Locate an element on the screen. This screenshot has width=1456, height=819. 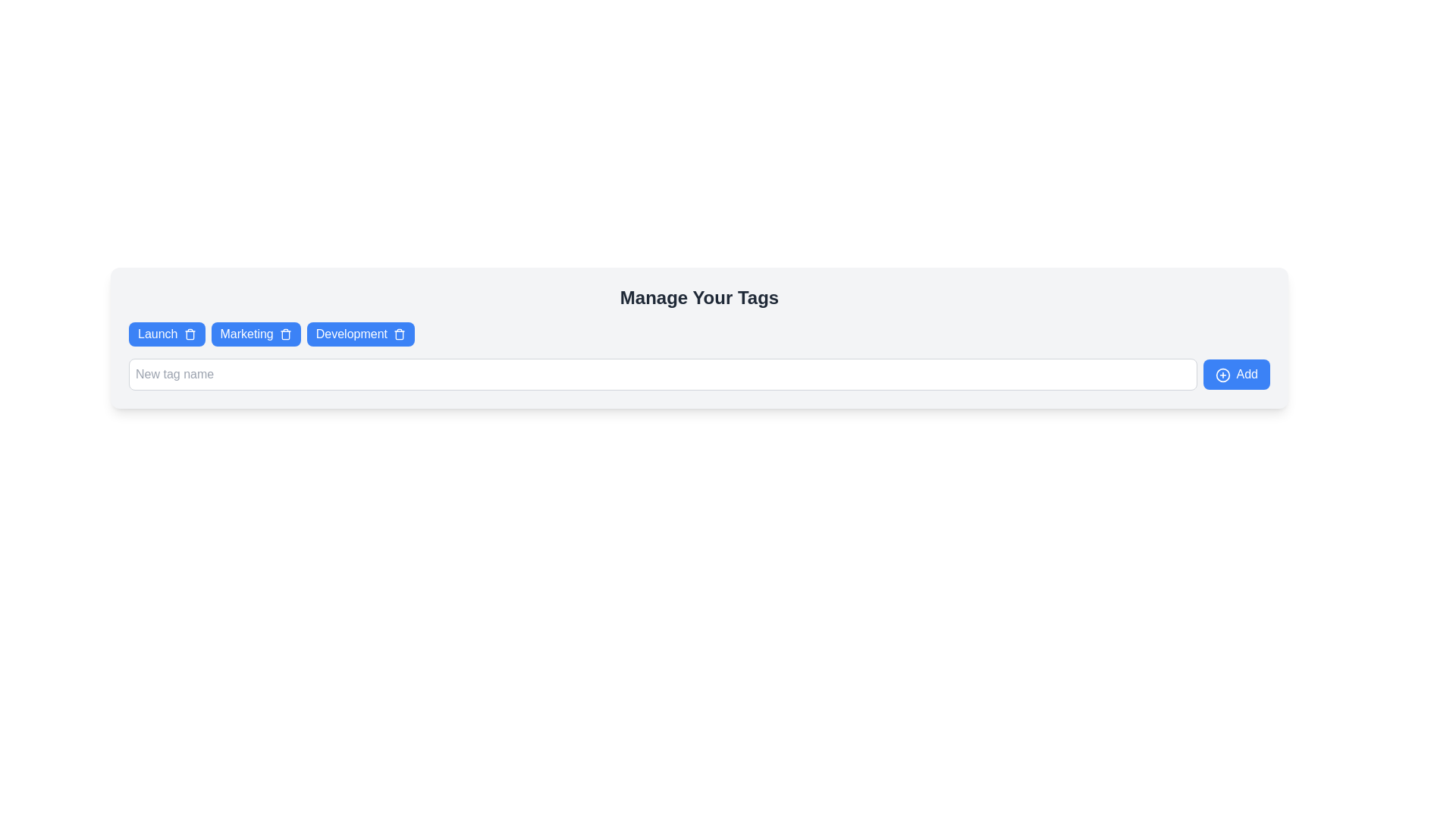
the delete icon button associated with the 'Development' tag is located at coordinates (400, 333).